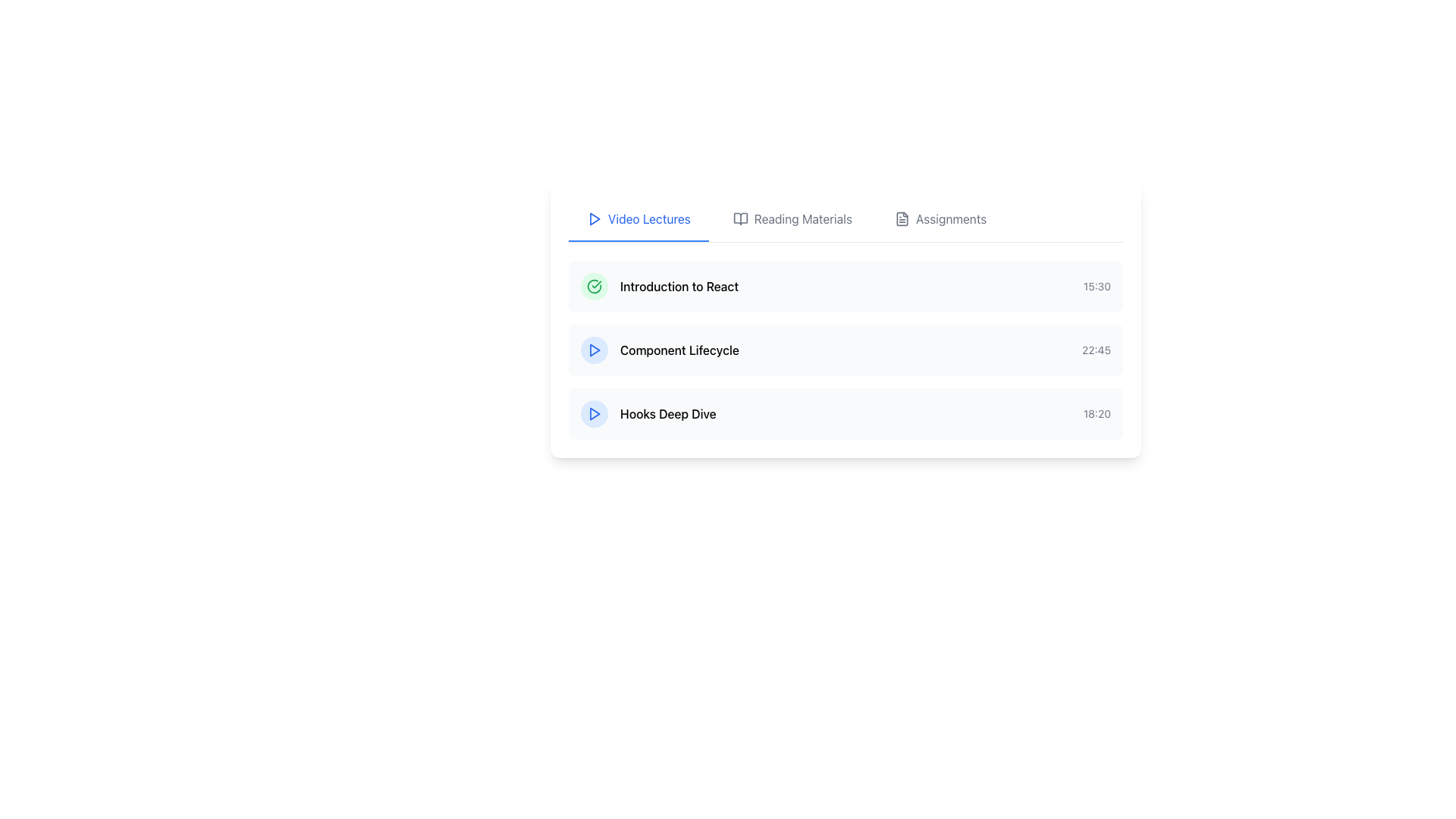 The image size is (1456, 819). What do you see at coordinates (802, 219) in the screenshot?
I see `the 'Reading Materials' text label in the horizontal navigation bar` at bounding box center [802, 219].